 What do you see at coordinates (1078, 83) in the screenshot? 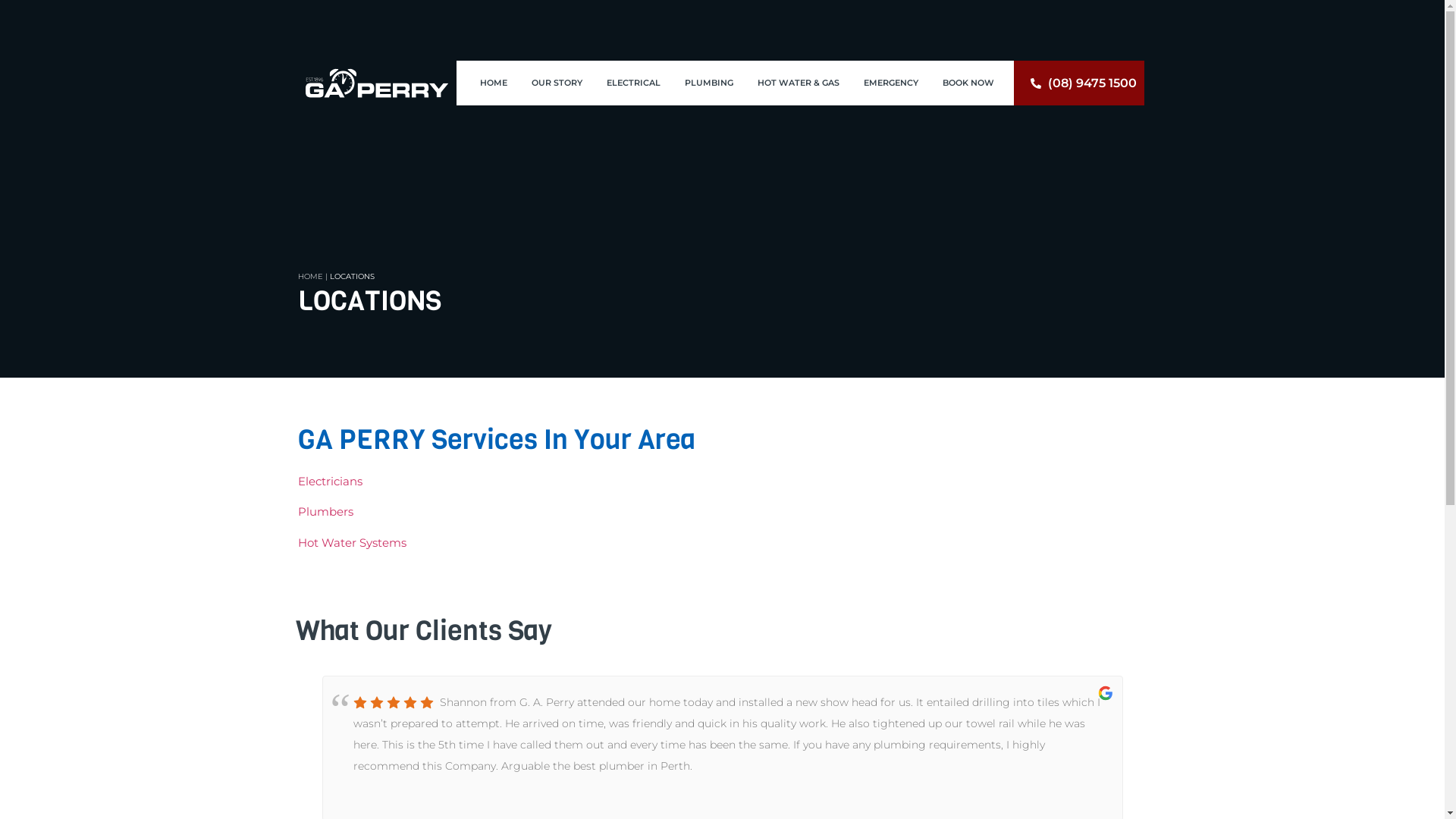
I see `'(08) 9475 1500'` at bounding box center [1078, 83].